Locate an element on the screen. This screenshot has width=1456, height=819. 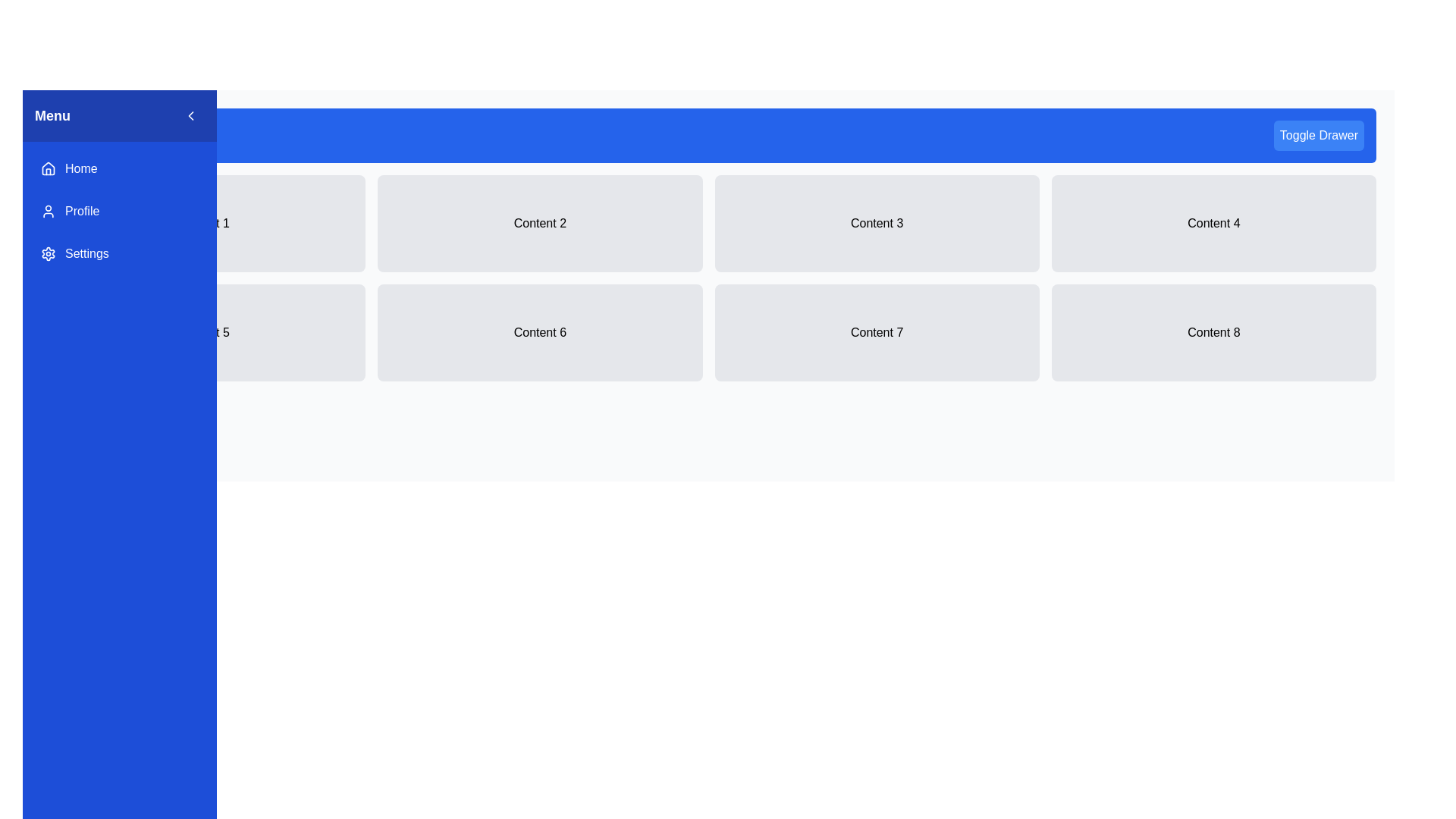
the Icon button located in the top-right corner of the sidebar, next to the 'Menu' title, to receive visual feedback is located at coordinates (190, 115).